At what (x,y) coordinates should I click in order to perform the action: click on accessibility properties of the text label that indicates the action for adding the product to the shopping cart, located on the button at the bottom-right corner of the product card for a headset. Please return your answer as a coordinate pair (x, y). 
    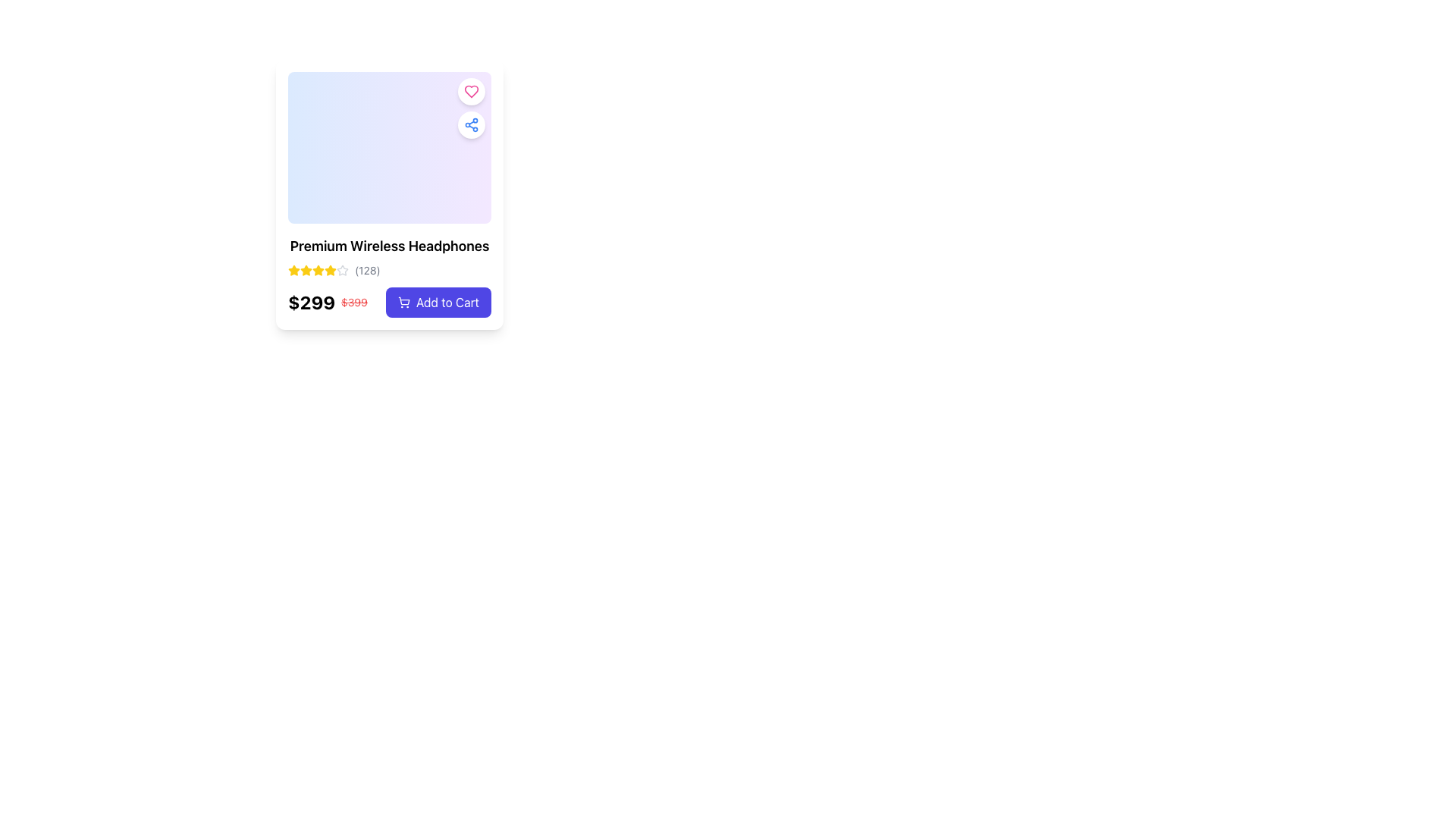
    Looking at the image, I should click on (447, 302).